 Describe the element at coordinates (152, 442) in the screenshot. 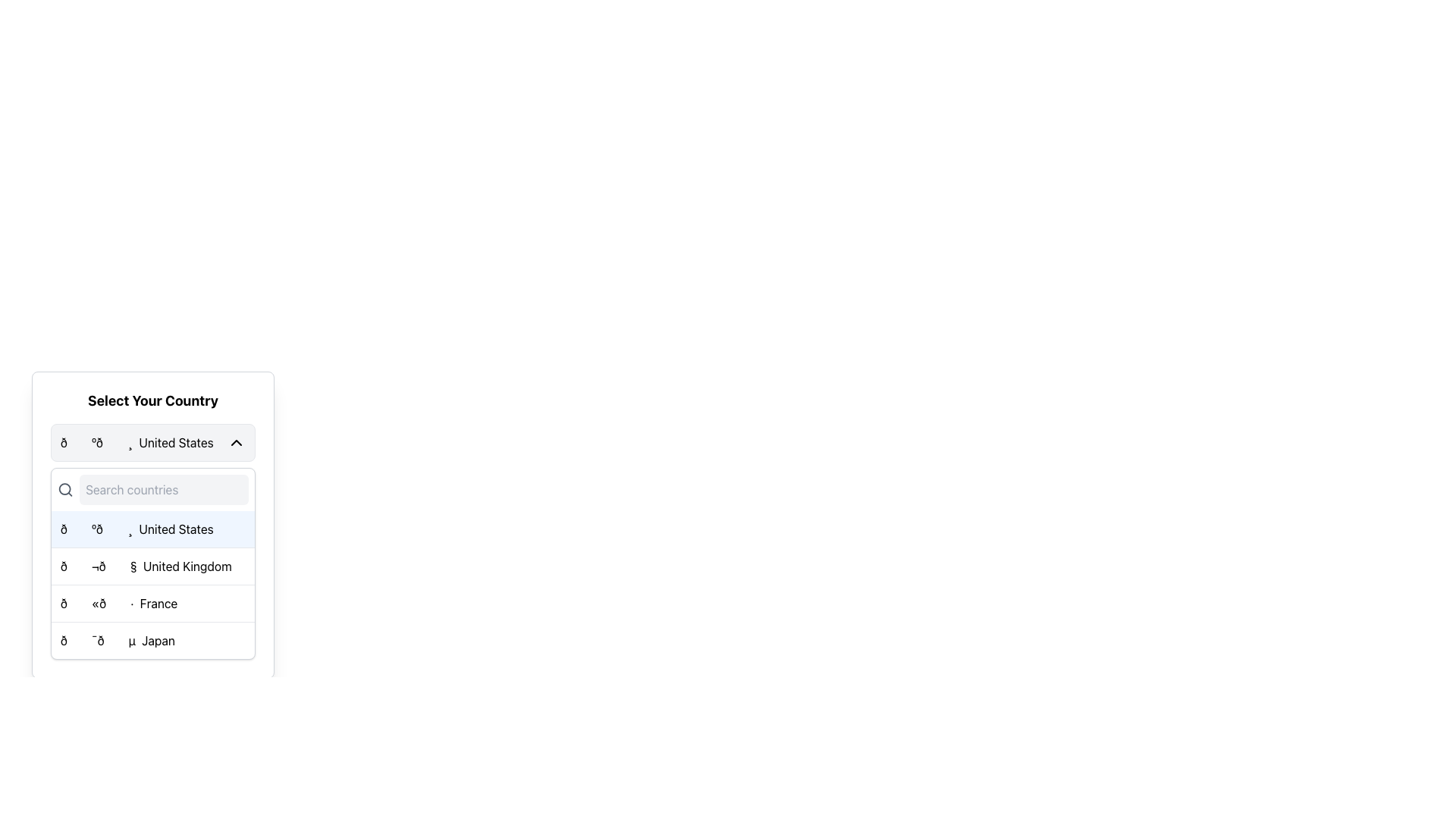

I see `the Dropdown activator with a gray background, rounded corners, and a bordered rectangular shape that displays the United States flag emoji and the text 'United States'` at that location.